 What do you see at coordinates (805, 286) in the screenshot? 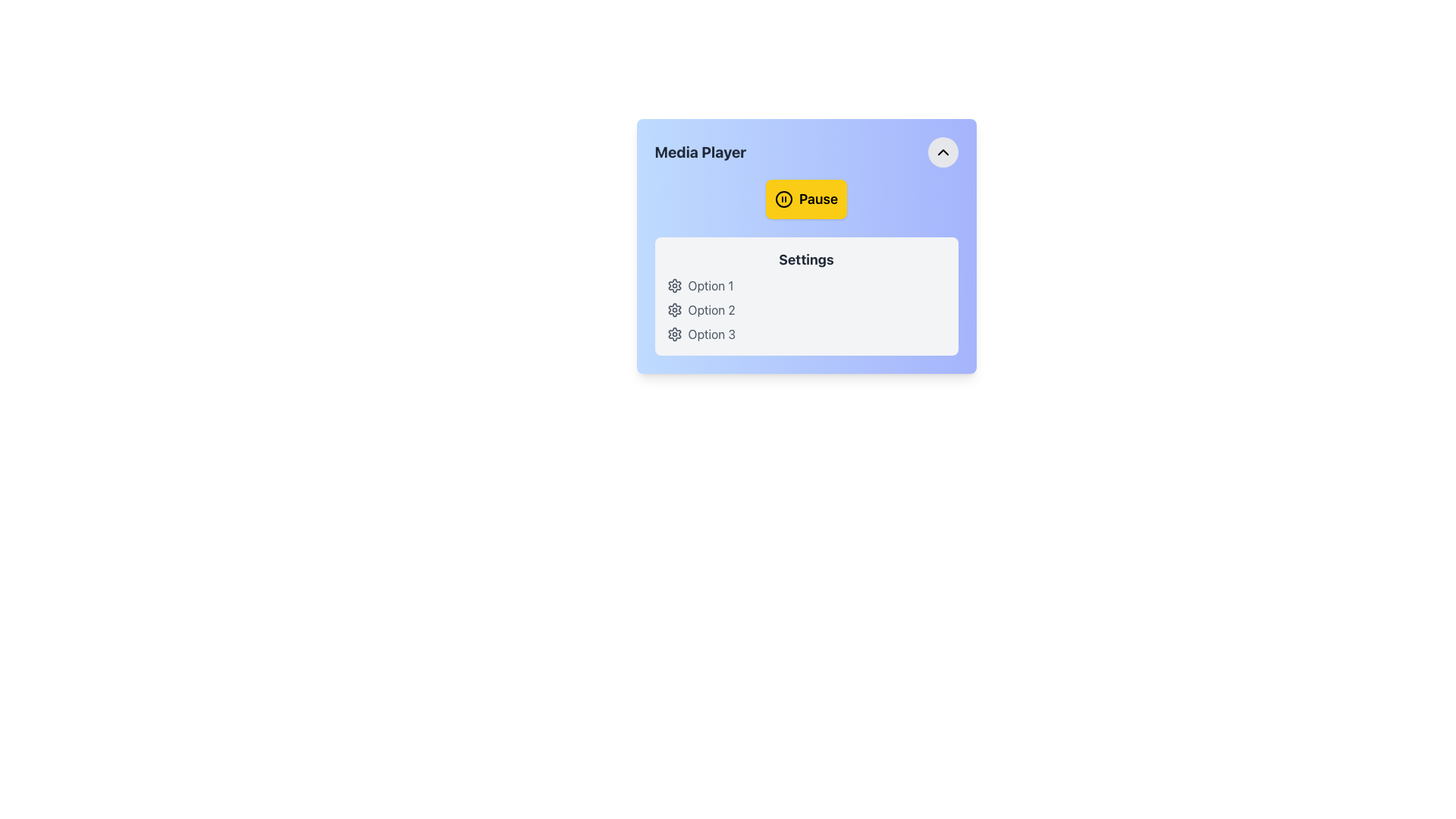
I see `the first selectable option in the 'Settings' menu` at bounding box center [805, 286].